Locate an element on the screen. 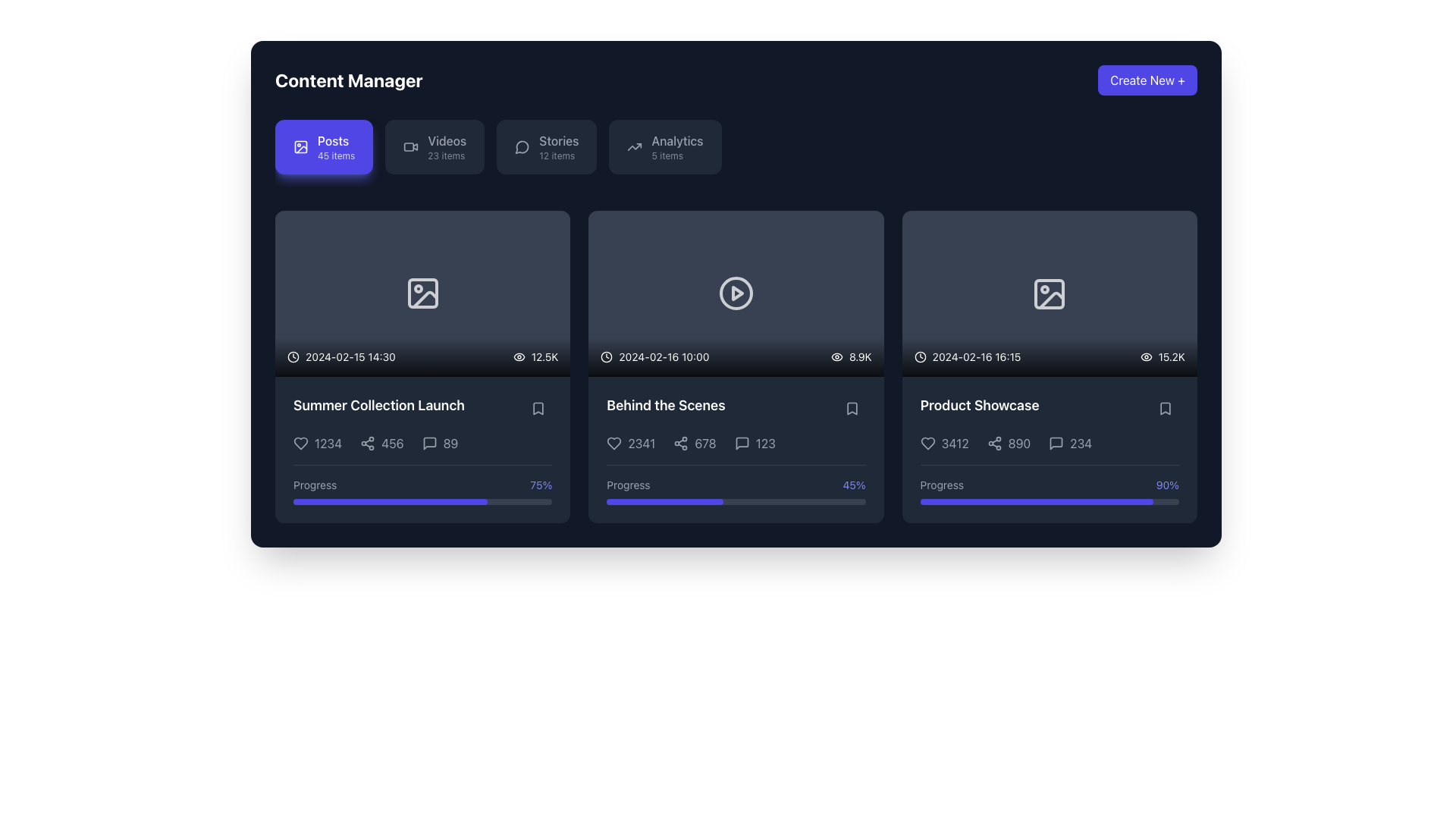 The height and width of the screenshot is (819, 1456). the 'Posts' title text label is located at coordinates (332, 140).